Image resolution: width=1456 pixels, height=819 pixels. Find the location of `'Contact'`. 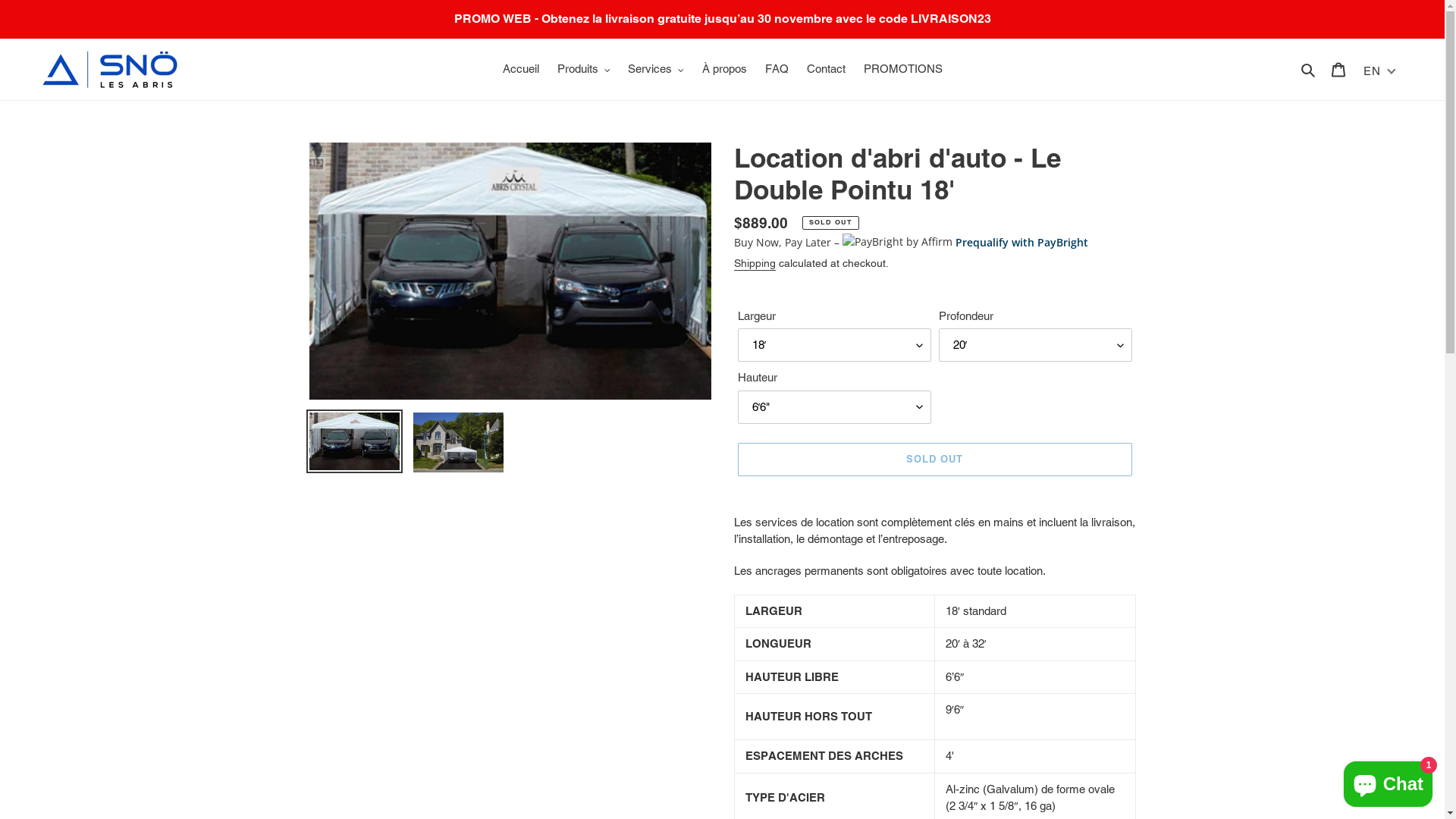

'Contact' is located at coordinates (825, 69).